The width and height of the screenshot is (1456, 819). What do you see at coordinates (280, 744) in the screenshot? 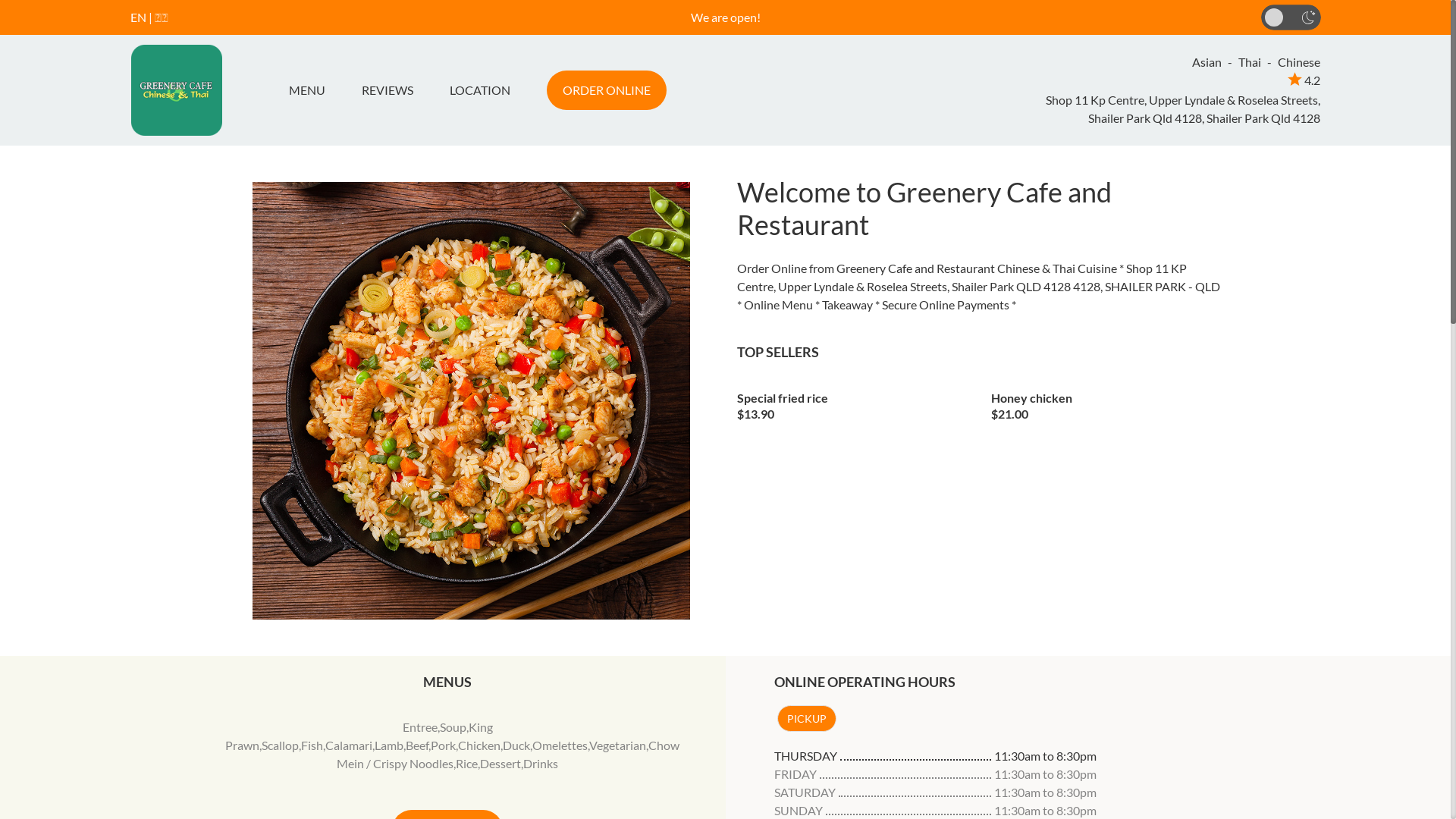
I see `'Scallop'` at bounding box center [280, 744].